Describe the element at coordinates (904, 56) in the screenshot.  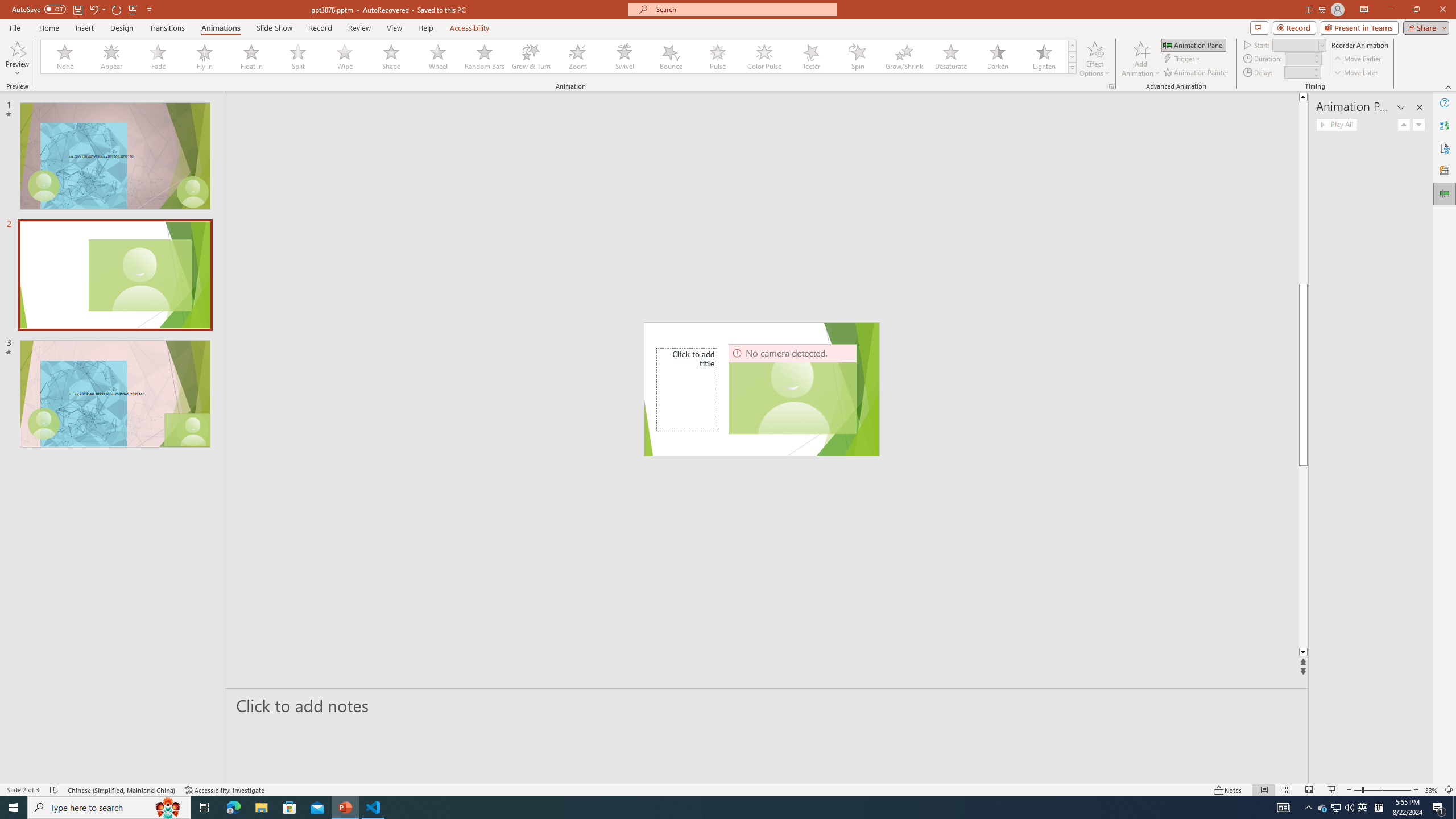
I see `'Grow/Shrink'` at that location.